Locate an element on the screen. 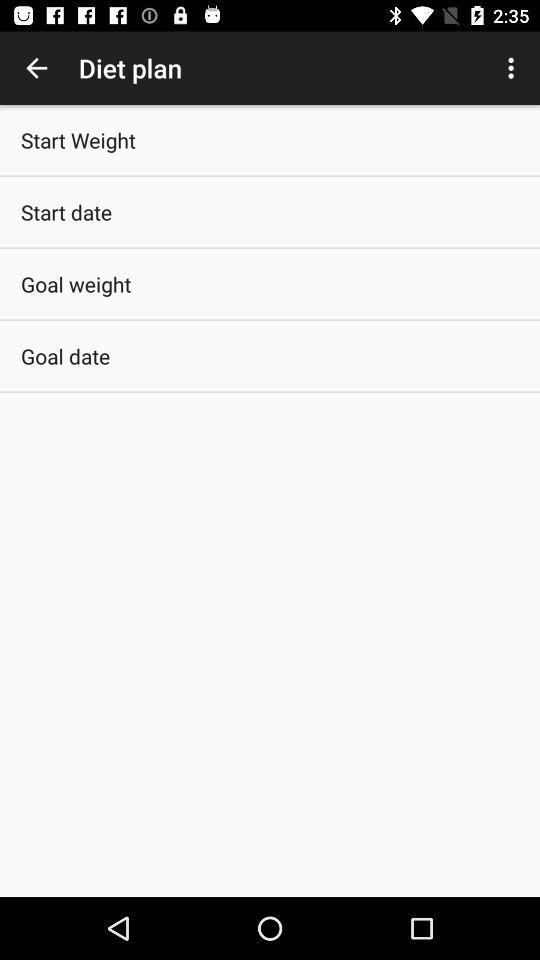  icon to the left of diet plan icon is located at coordinates (36, 68).